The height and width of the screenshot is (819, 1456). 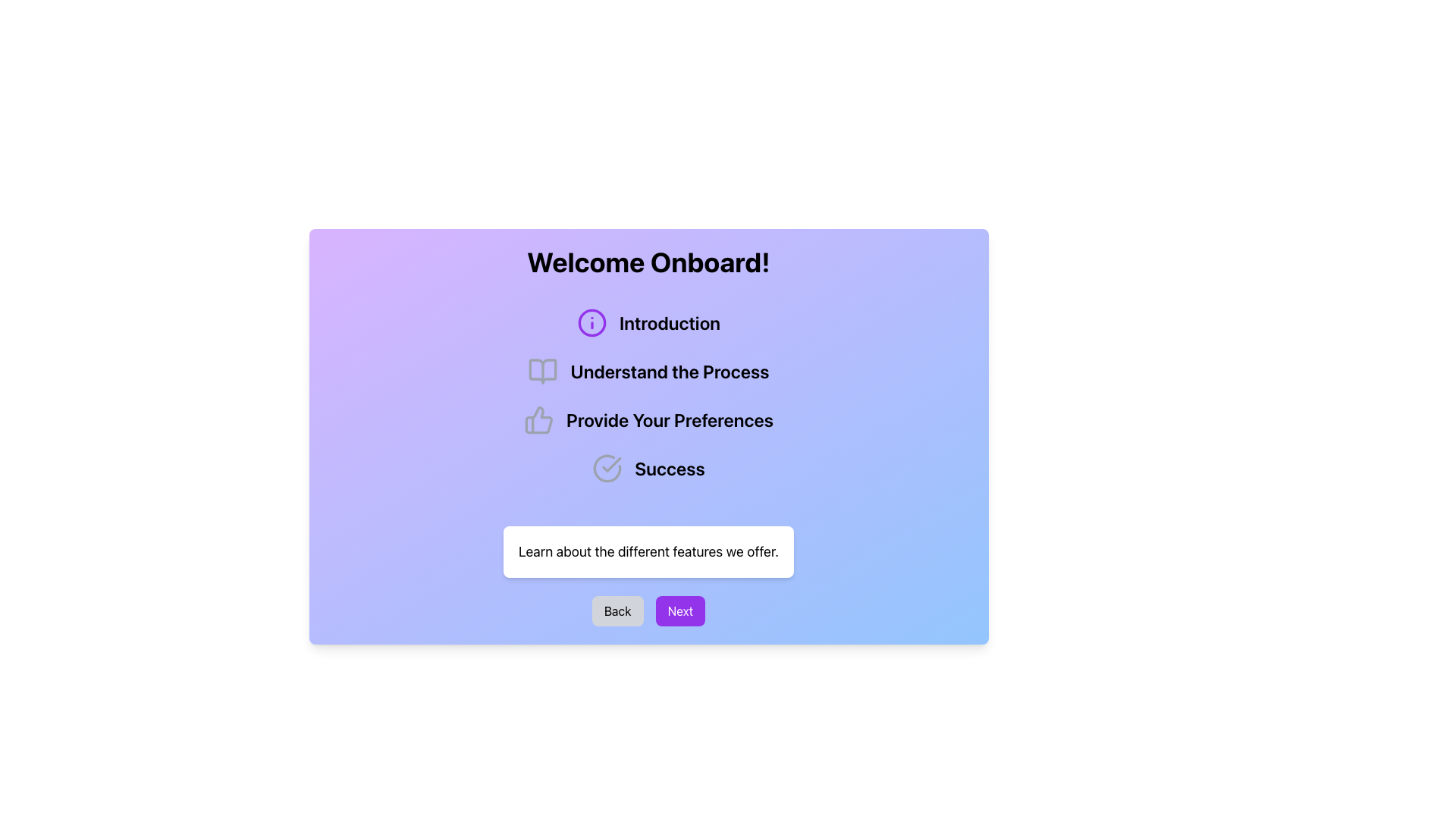 What do you see at coordinates (648, 552) in the screenshot?
I see `descriptive Static Text located above the navigation buttons labeled 'Back' and 'Next'` at bounding box center [648, 552].